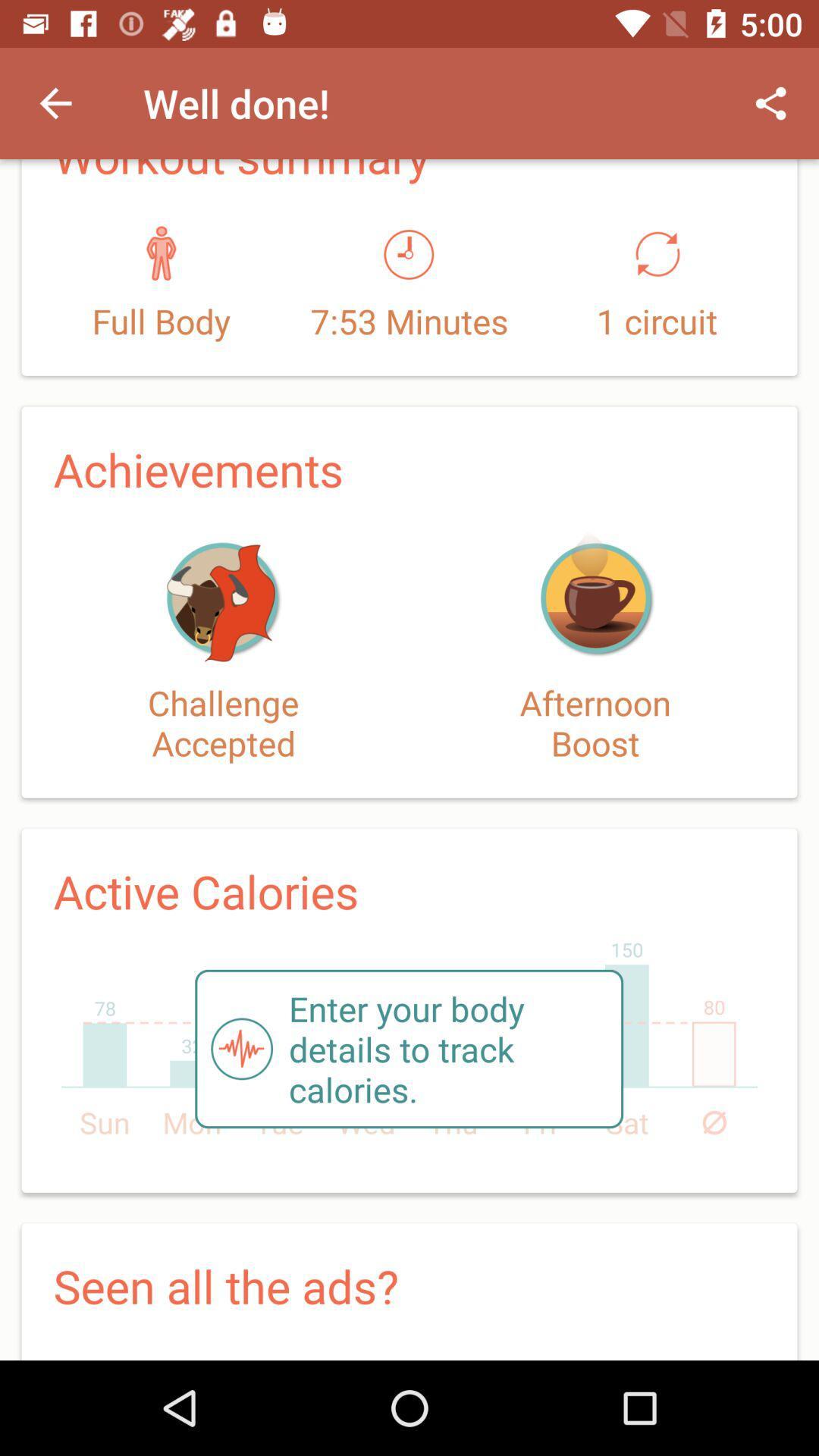  I want to click on item next to the workout summary item, so click(771, 102).